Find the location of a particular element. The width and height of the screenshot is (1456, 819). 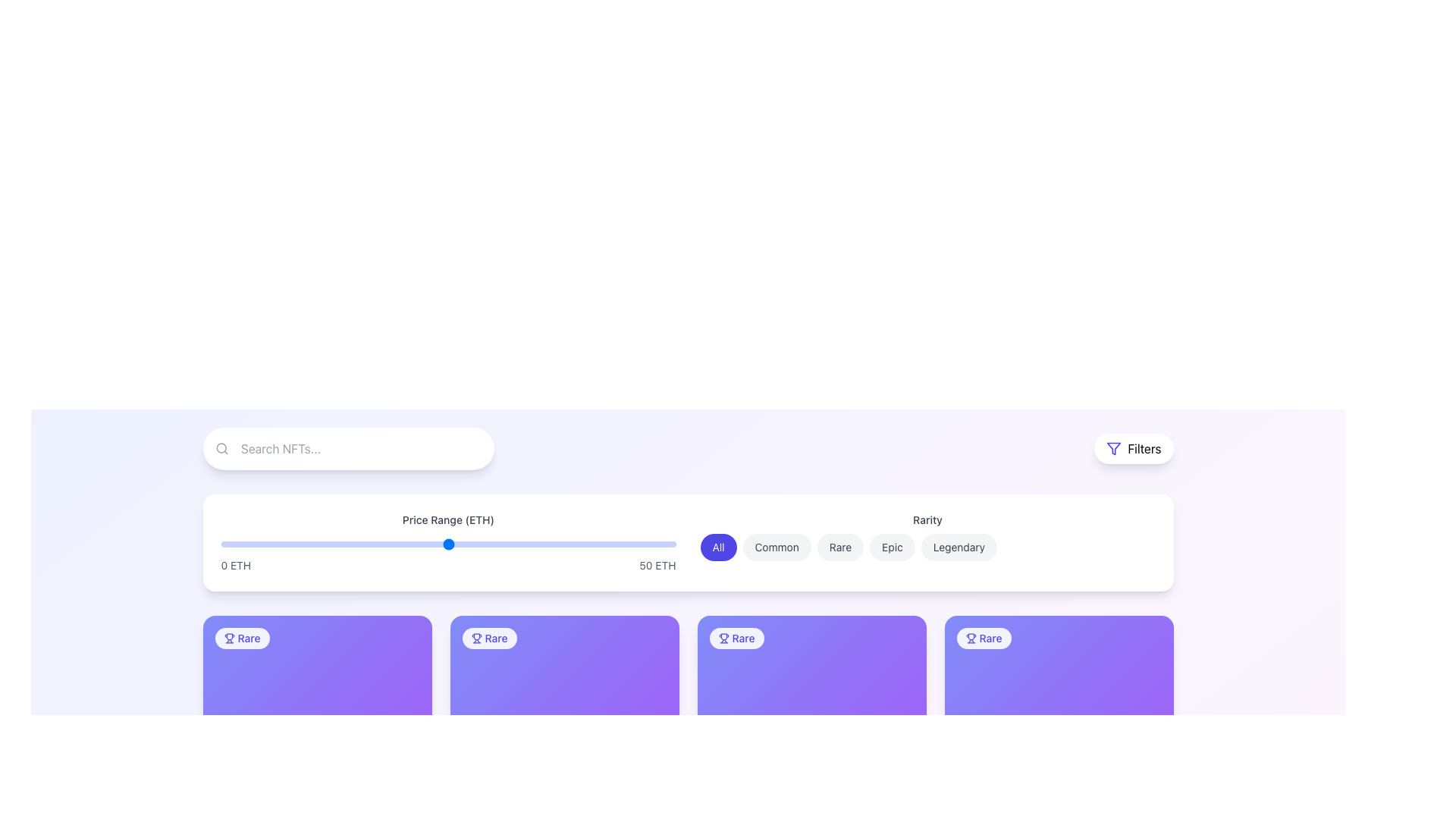

the badge containing the trophy icon is located at coordinates (971, 638).